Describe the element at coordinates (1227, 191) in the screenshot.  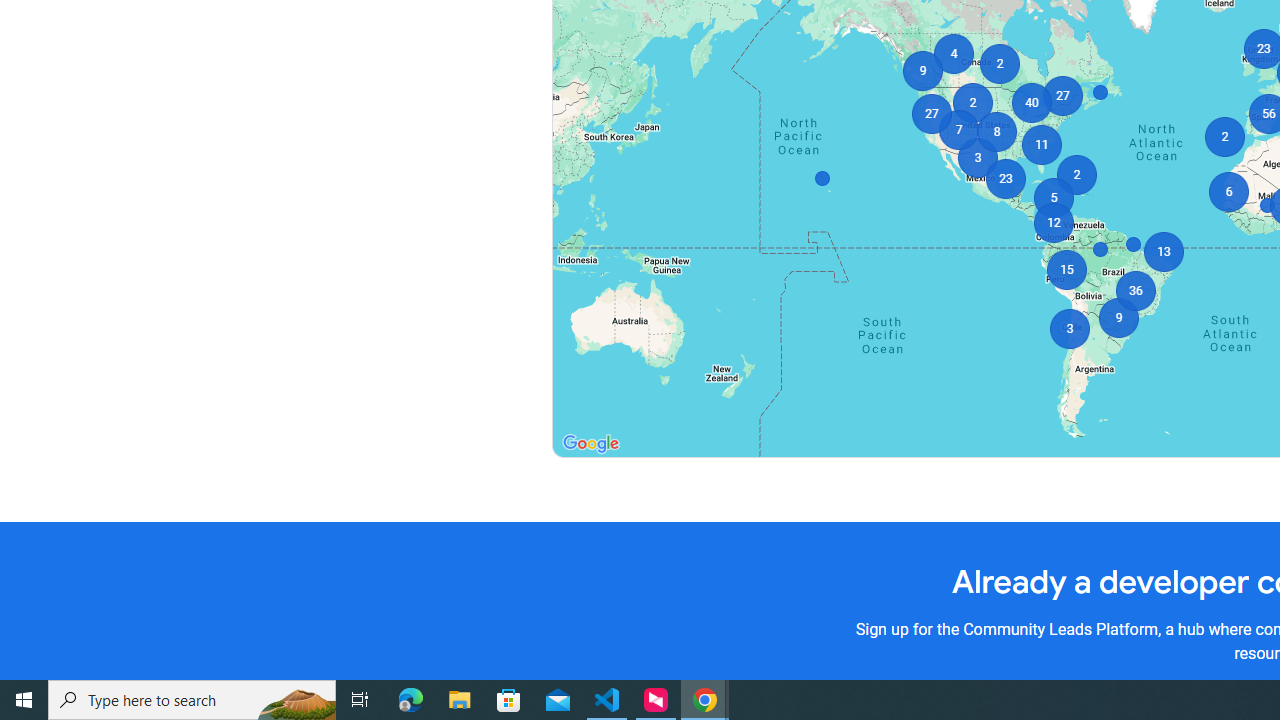
I see `'6'` at that location.